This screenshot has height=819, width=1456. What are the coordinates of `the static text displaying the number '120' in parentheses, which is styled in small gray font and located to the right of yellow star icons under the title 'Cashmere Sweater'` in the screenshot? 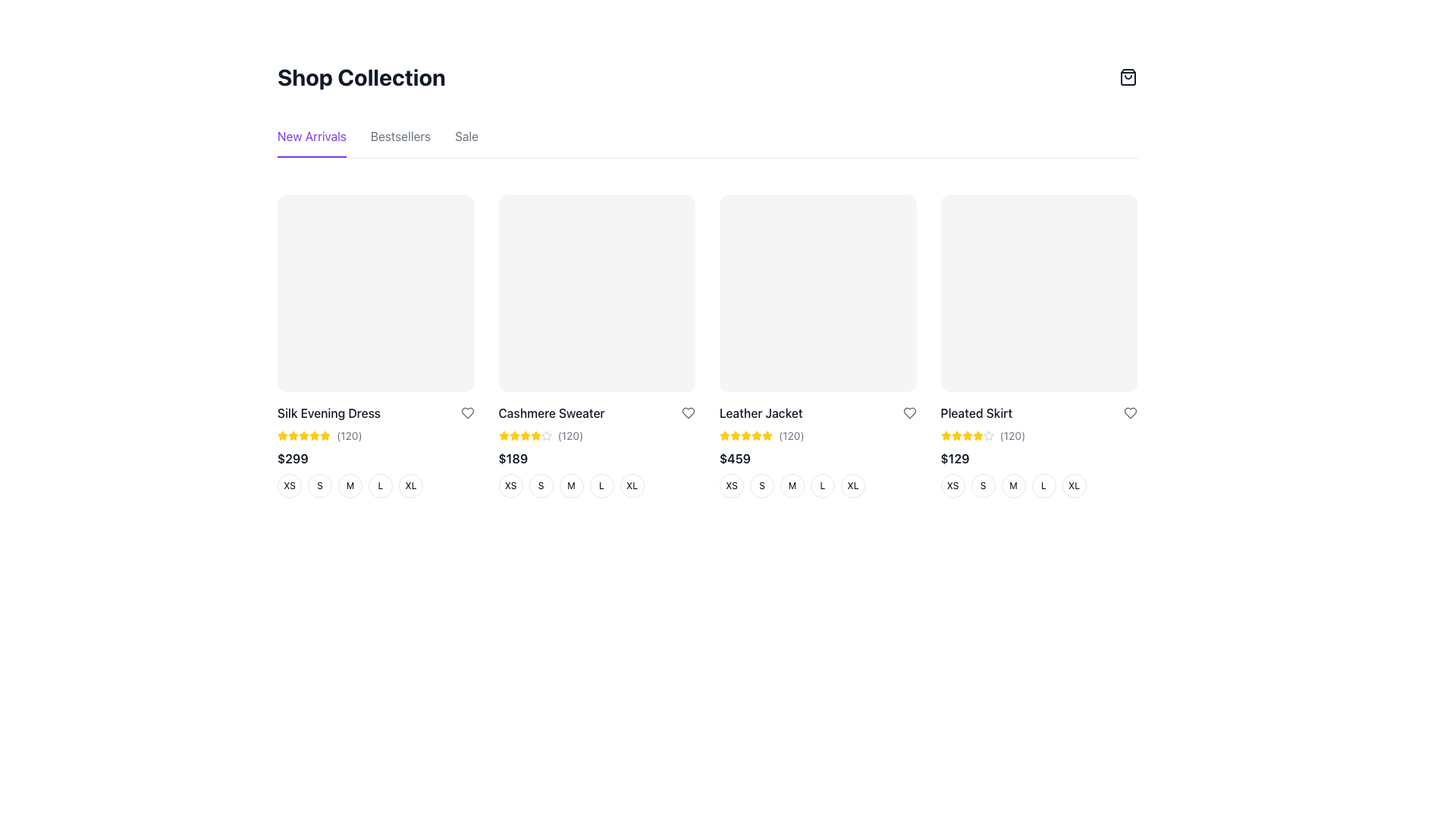 It's located at (348, 435).